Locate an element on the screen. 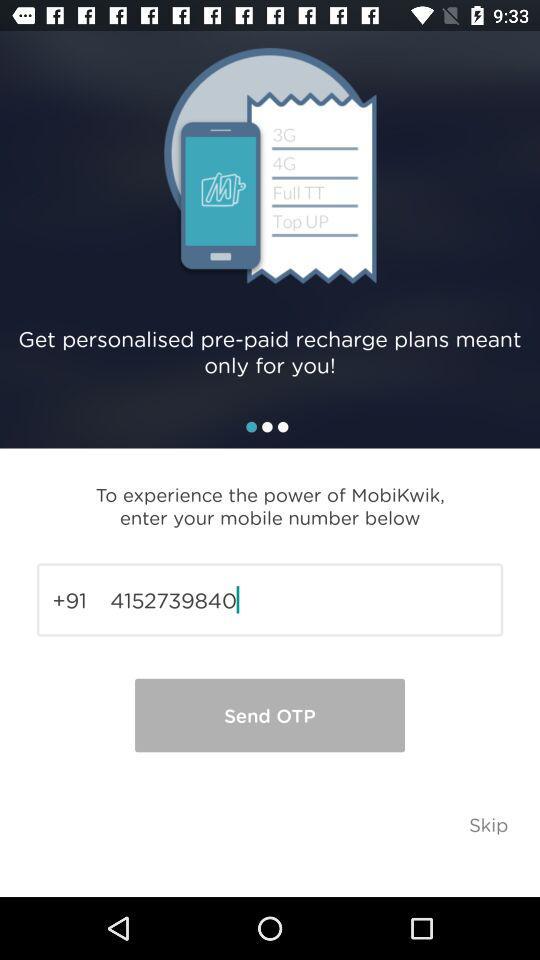 The image size is (540, 960). 4152739840 is located at coordinates (270, 600).